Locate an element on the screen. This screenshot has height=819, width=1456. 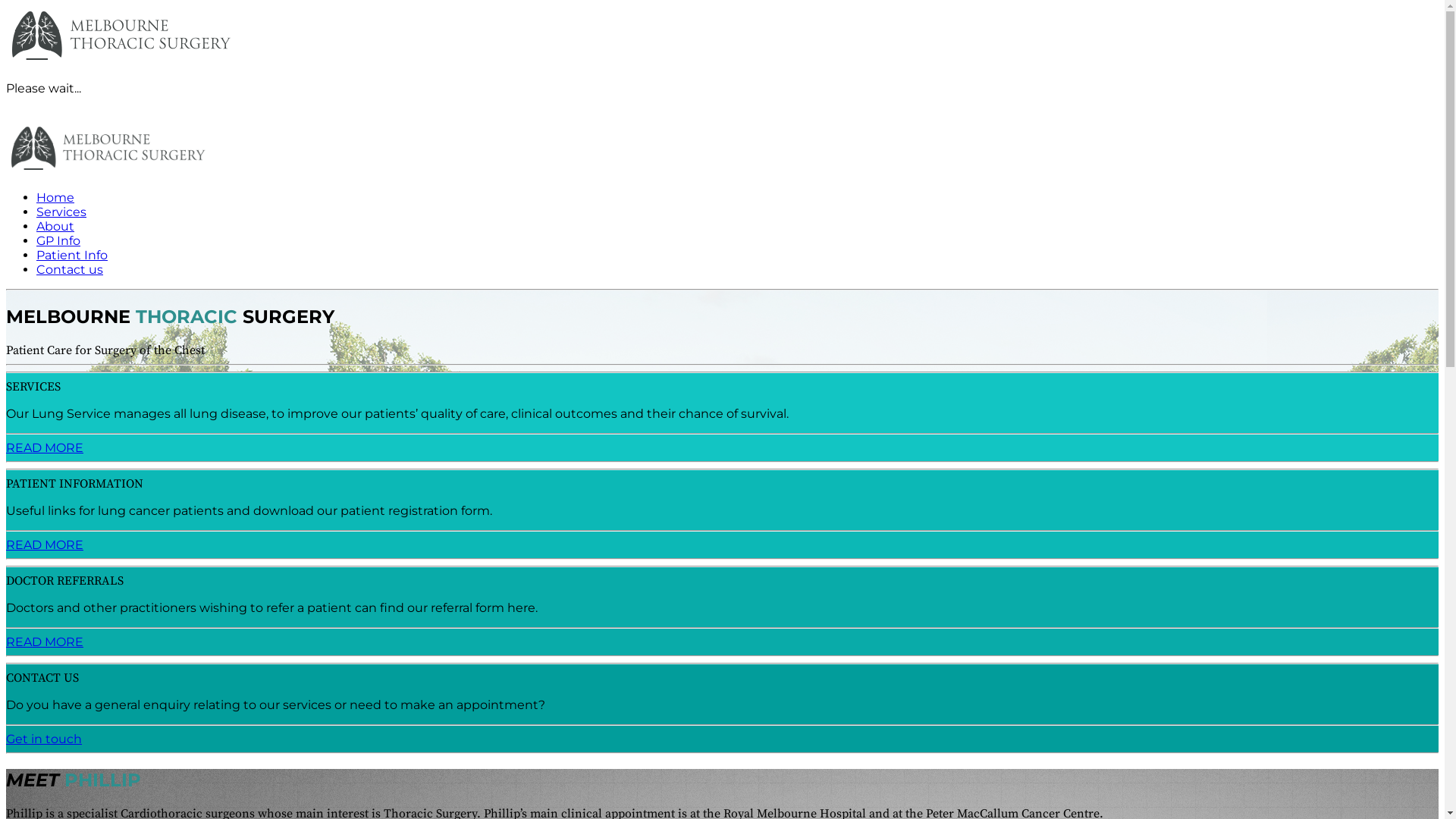
'READ MORE' is located at coordinates (44, 447).